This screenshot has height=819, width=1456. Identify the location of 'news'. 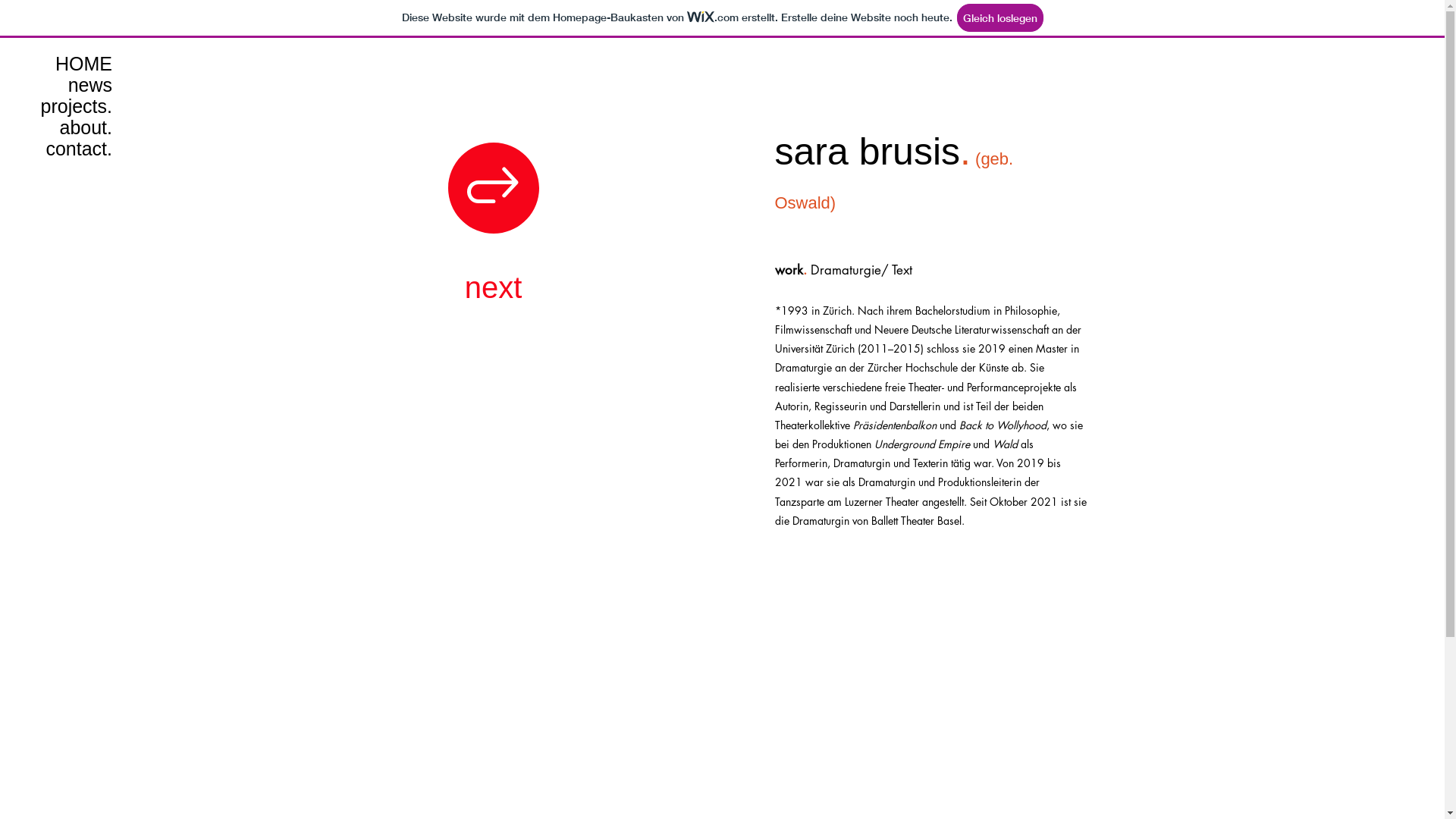
(63, 84).